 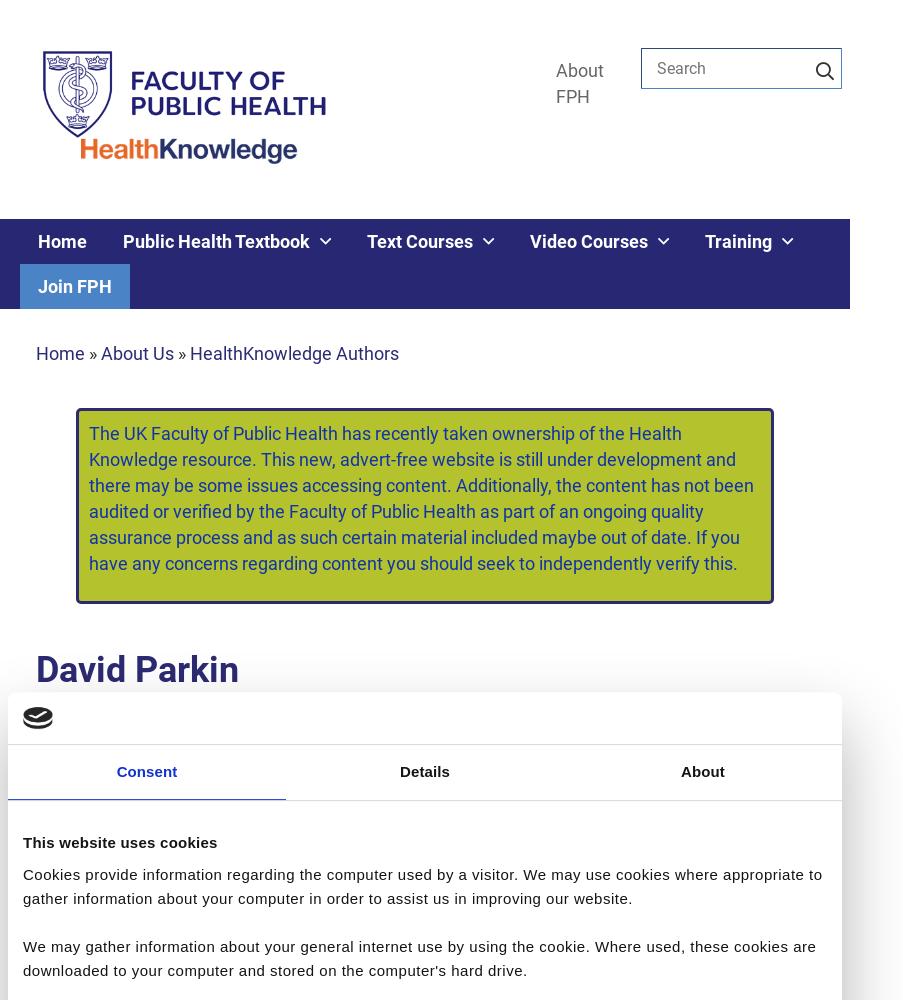 What do you see at coordinates (423, 771) in the screenshot?
I see `'Details'` at bounding box center [423, 771].